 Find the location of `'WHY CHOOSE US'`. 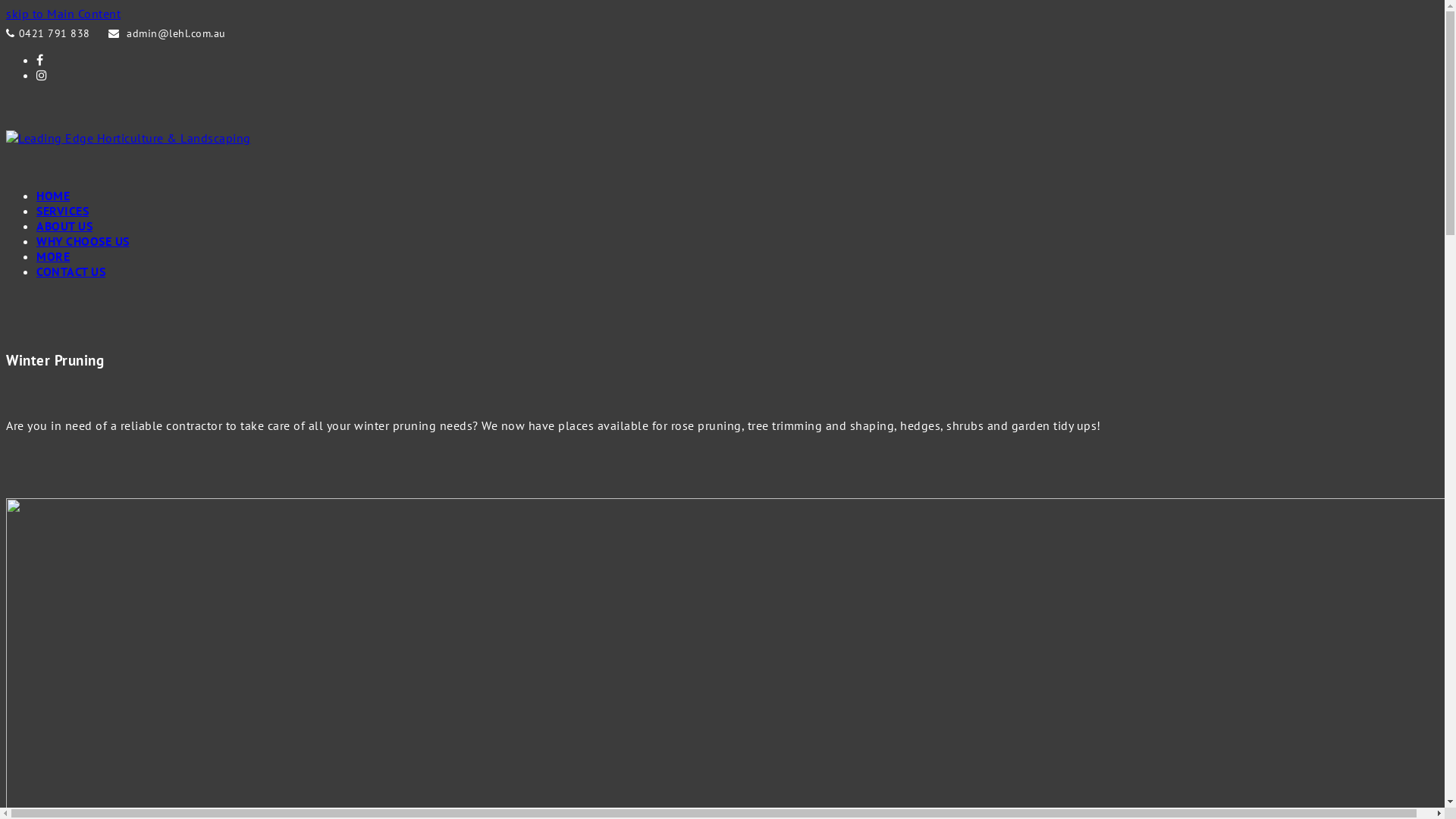

'WHY CHOOSE US' is located at coordinates (82, 240).